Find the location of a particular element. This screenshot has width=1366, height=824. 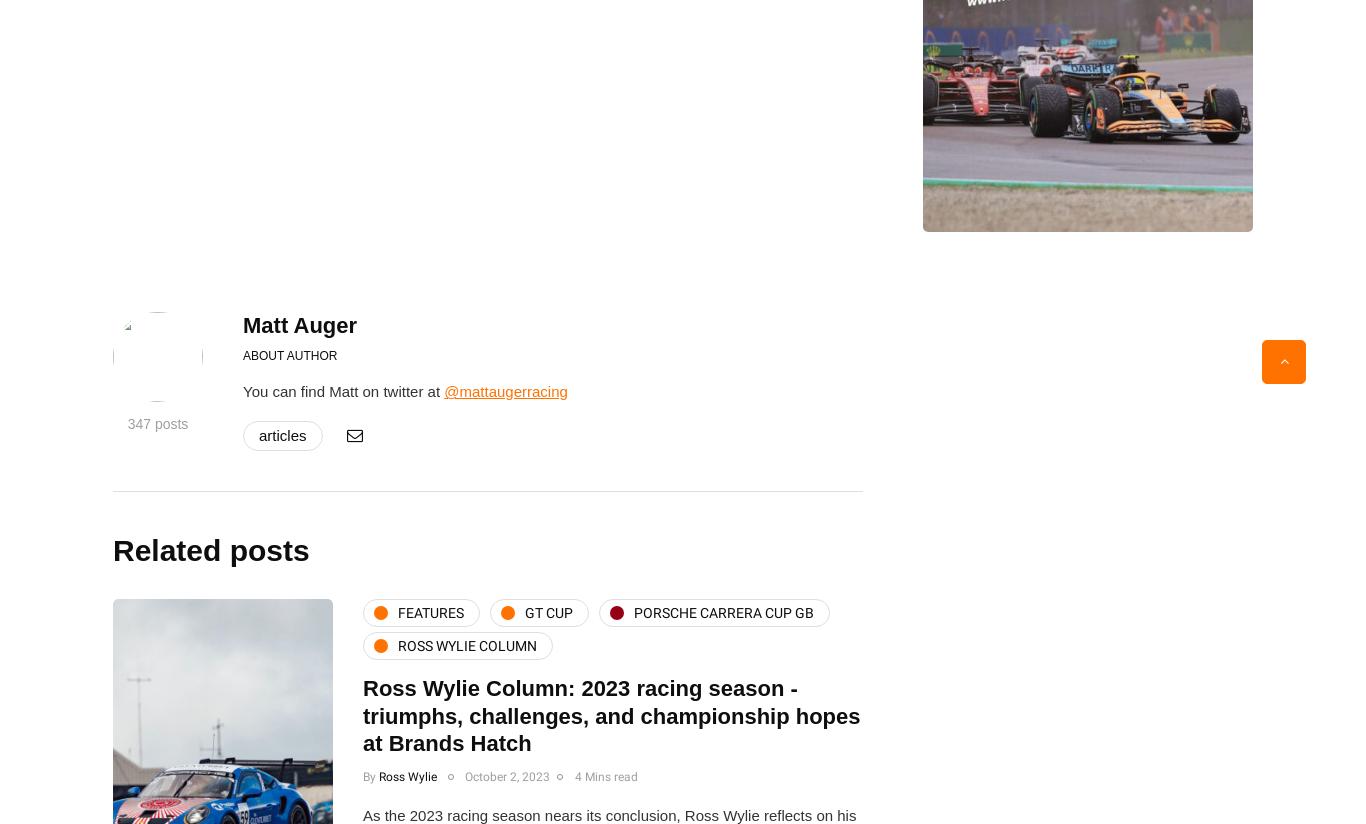

'Ross Wylie Column' is located at coordinates (397, 644).